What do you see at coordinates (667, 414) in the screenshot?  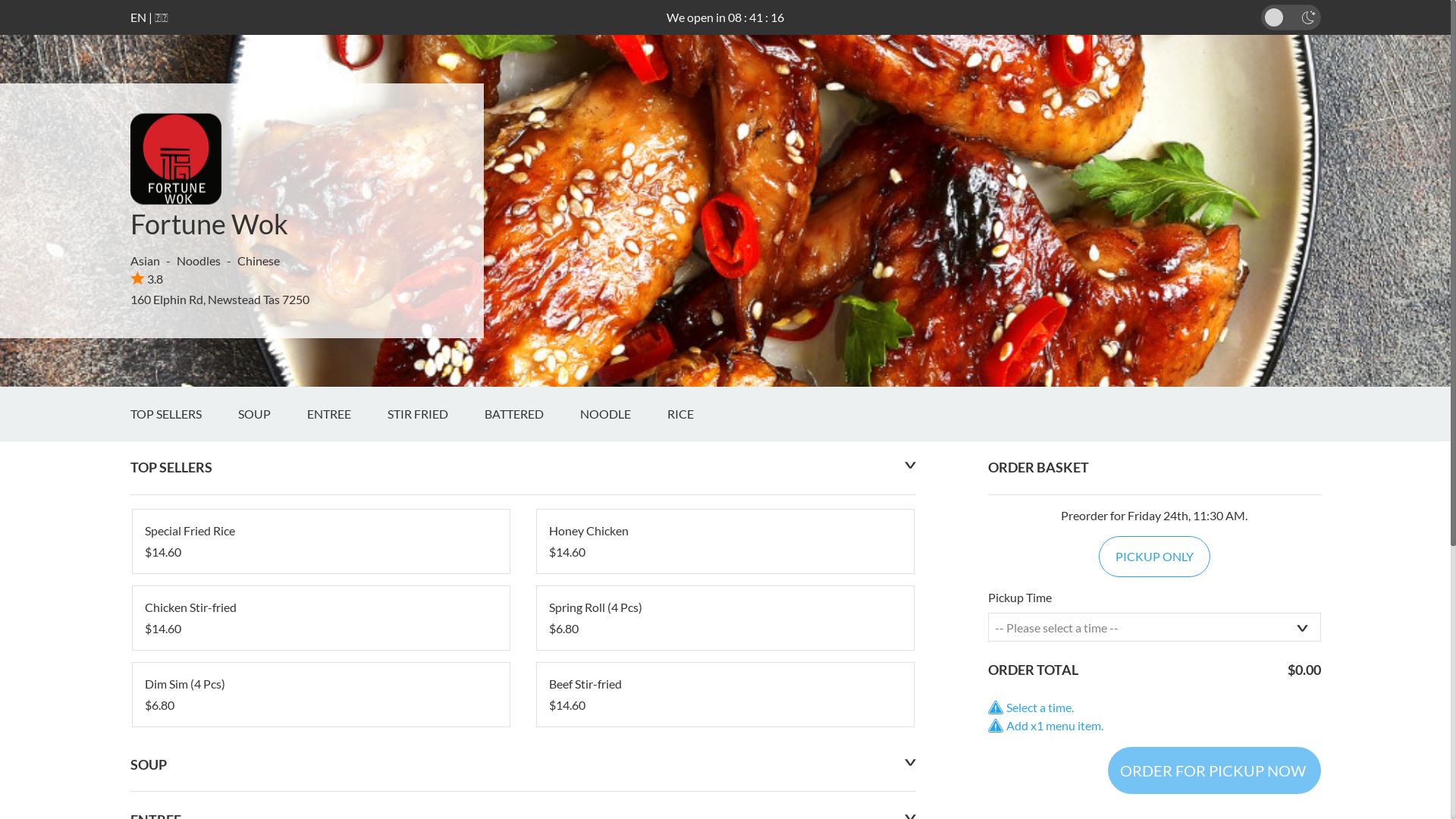 I see `'RICE'` at bounding box center [667, 414].